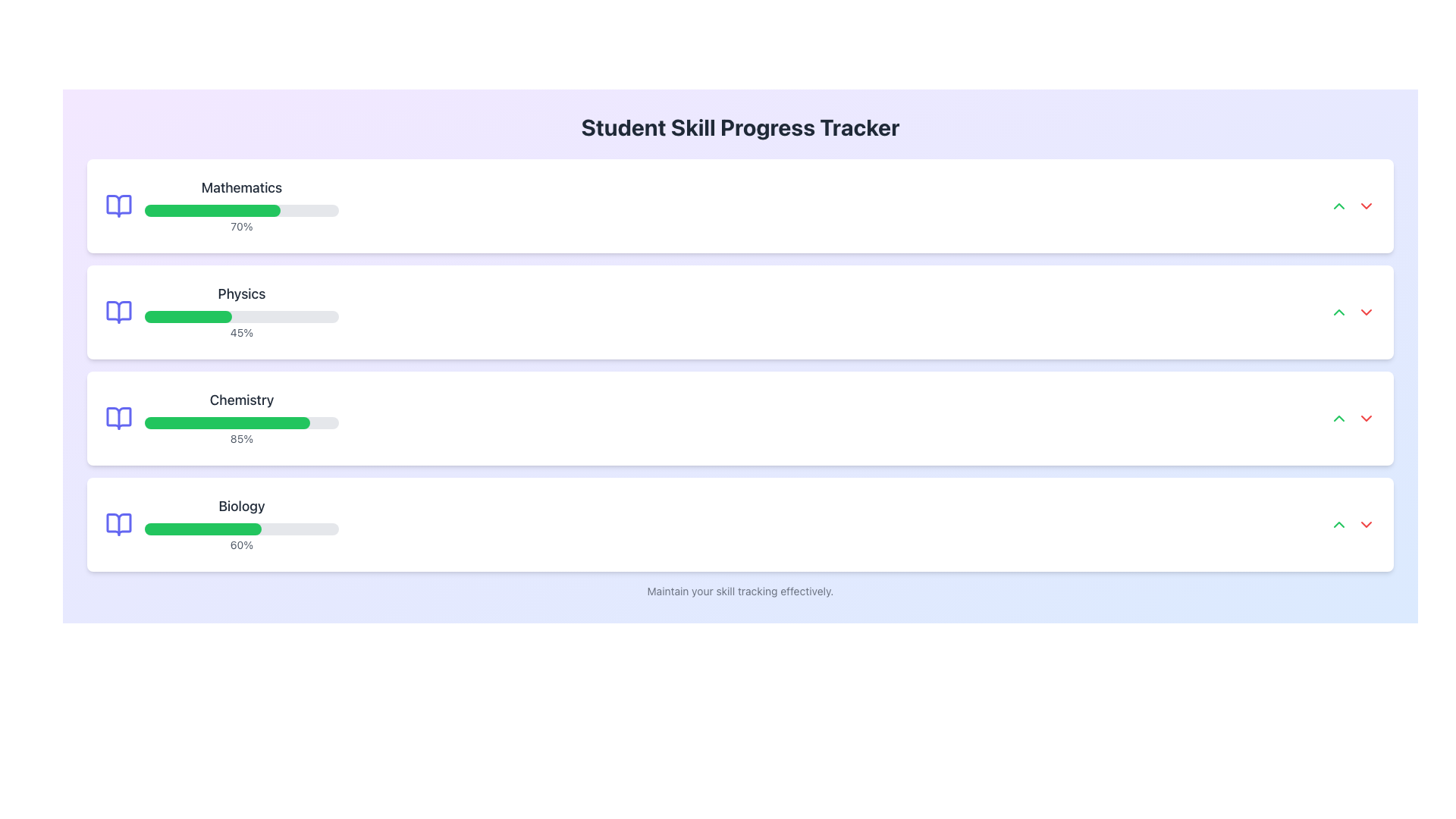  What do you see at coordinates (1366, 523) in the screenshot?
I see `the red downward-pointing chevron icon located to the far right of the 'Biology' skill bar` at bounding box center [1366, 523].